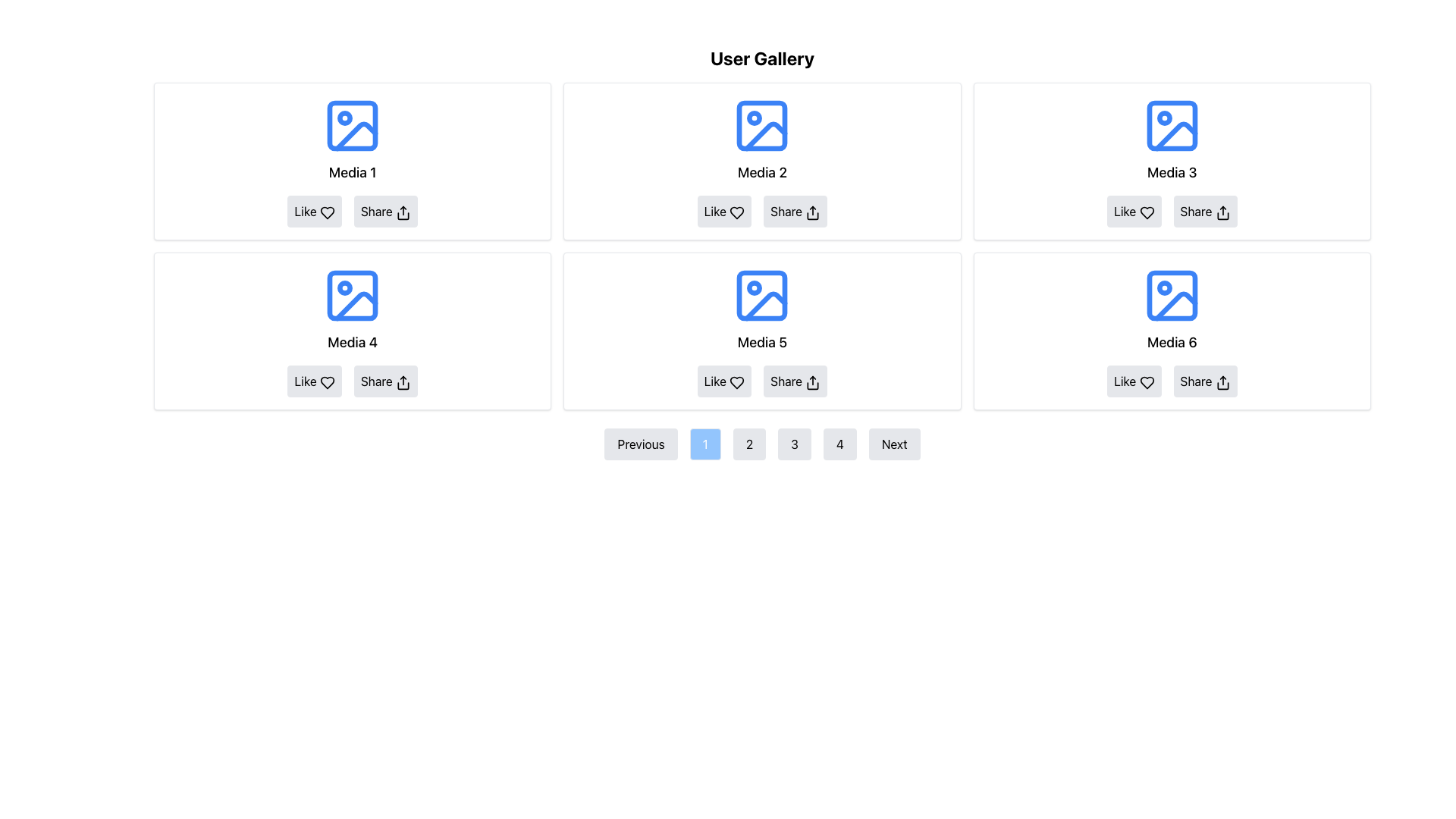  Describe the element at coordinates (352, 211) in the screenshot. I see `the 'Share' button located at the bottom center of the card labeled 'Media 1', which is styled with a gray background and includes a share symbol` at that location.